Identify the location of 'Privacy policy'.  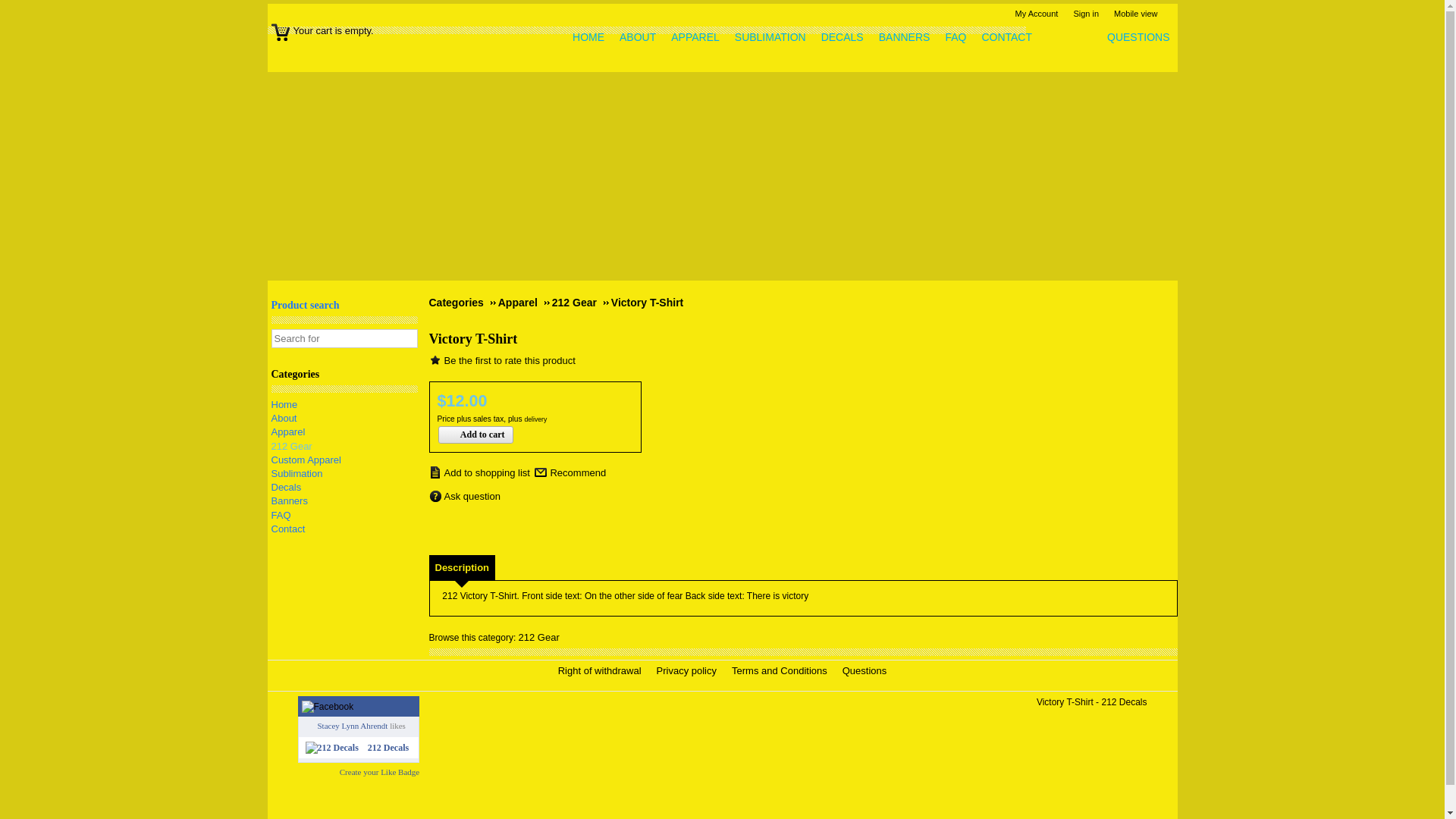
(689, 670).